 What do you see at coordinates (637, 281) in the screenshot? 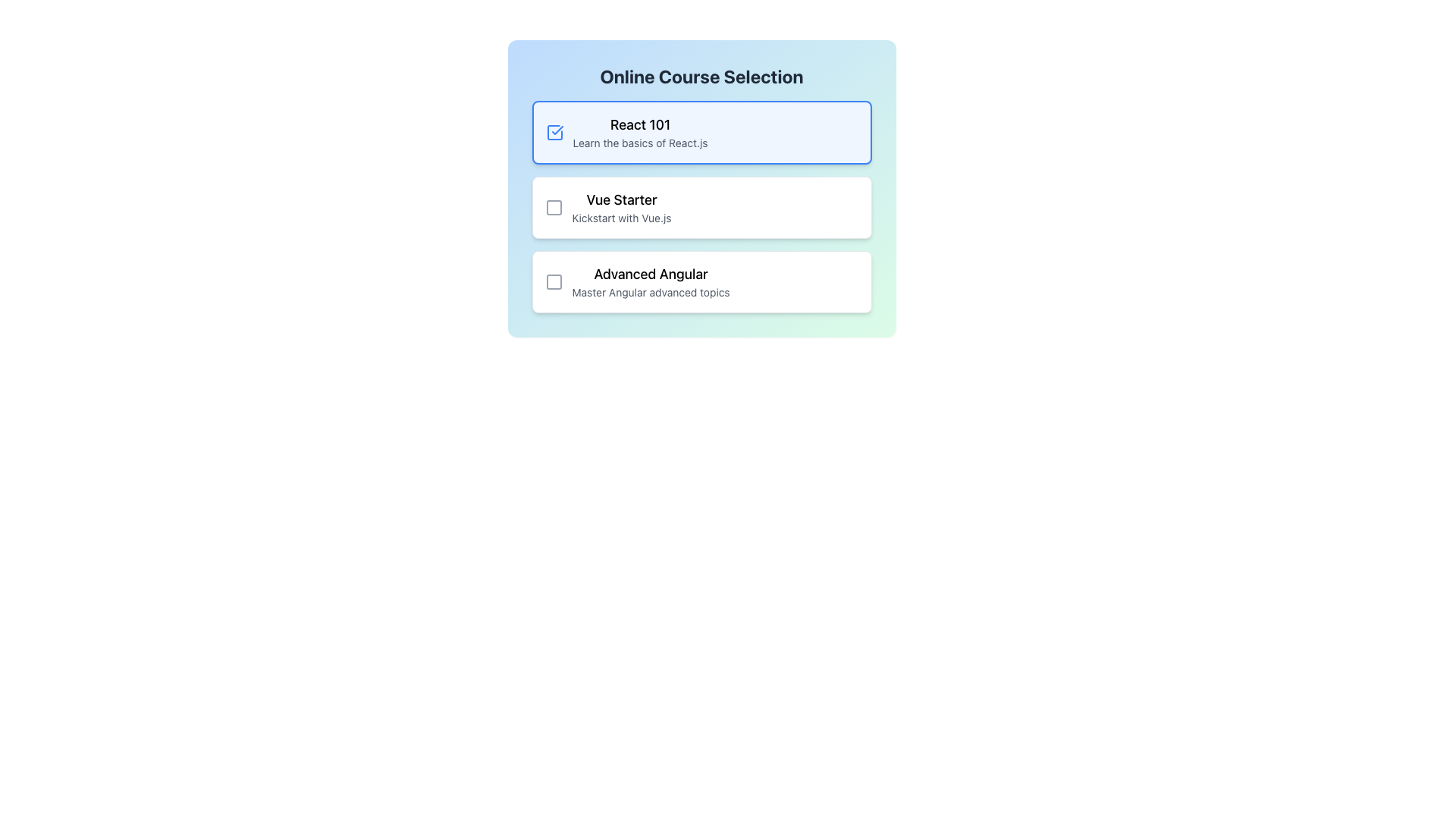
I see `the 'Advanced Angular' list item with the checkbox` at bounding box center [637, 281].